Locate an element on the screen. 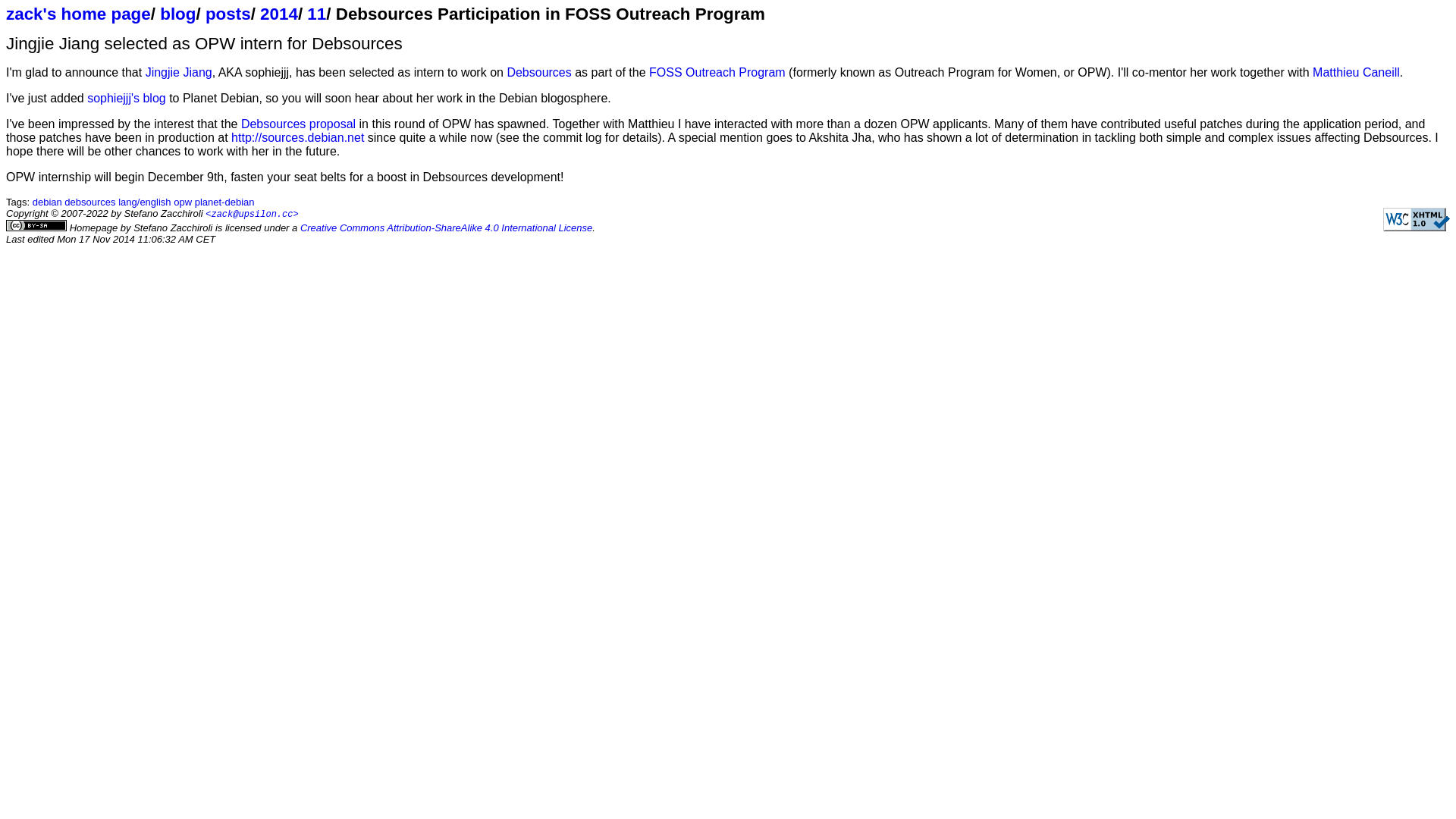 The image size is (1456, 819). 'posts' is located at coordinates (204, 14).